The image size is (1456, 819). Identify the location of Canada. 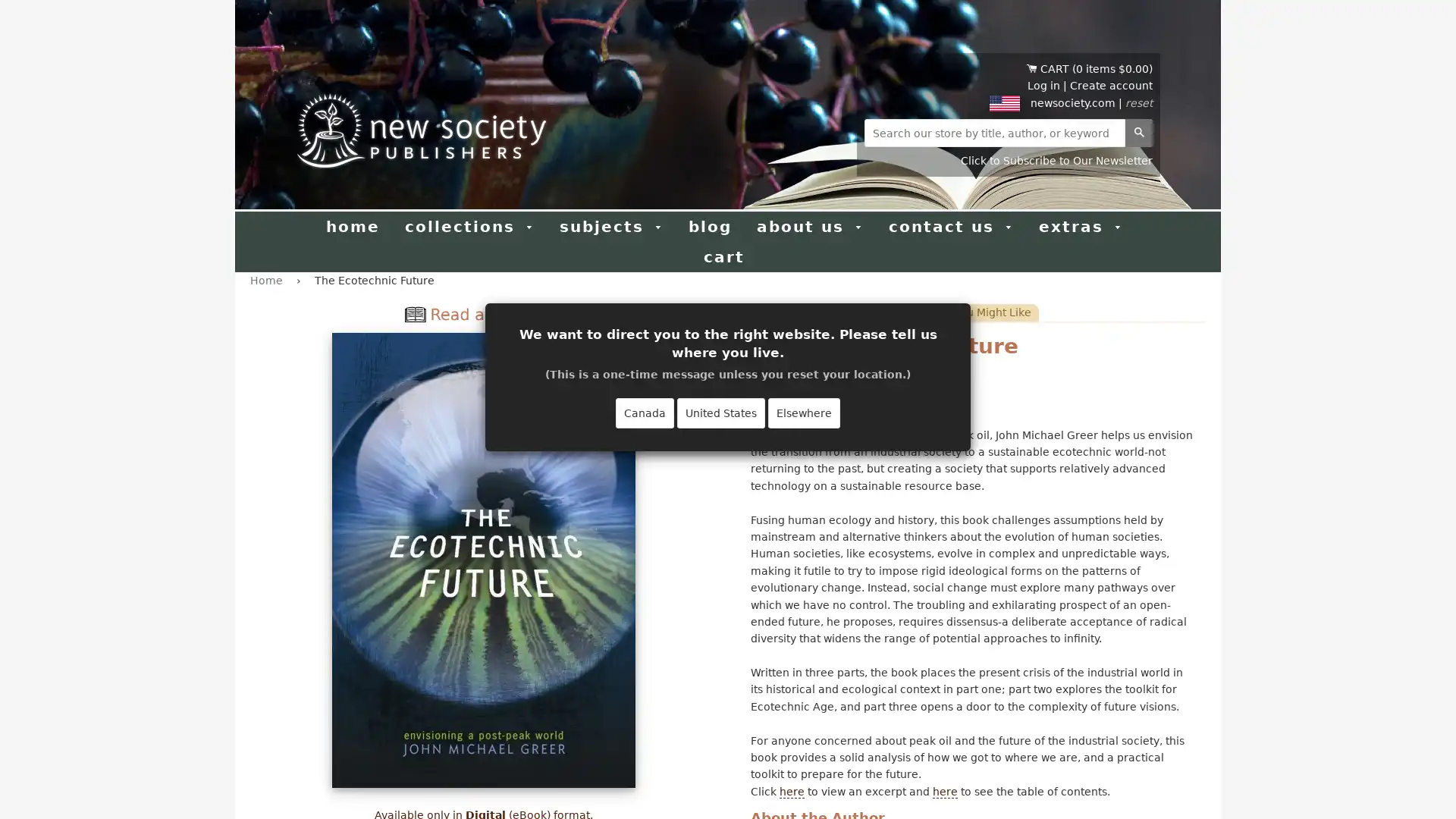
(645, 413).